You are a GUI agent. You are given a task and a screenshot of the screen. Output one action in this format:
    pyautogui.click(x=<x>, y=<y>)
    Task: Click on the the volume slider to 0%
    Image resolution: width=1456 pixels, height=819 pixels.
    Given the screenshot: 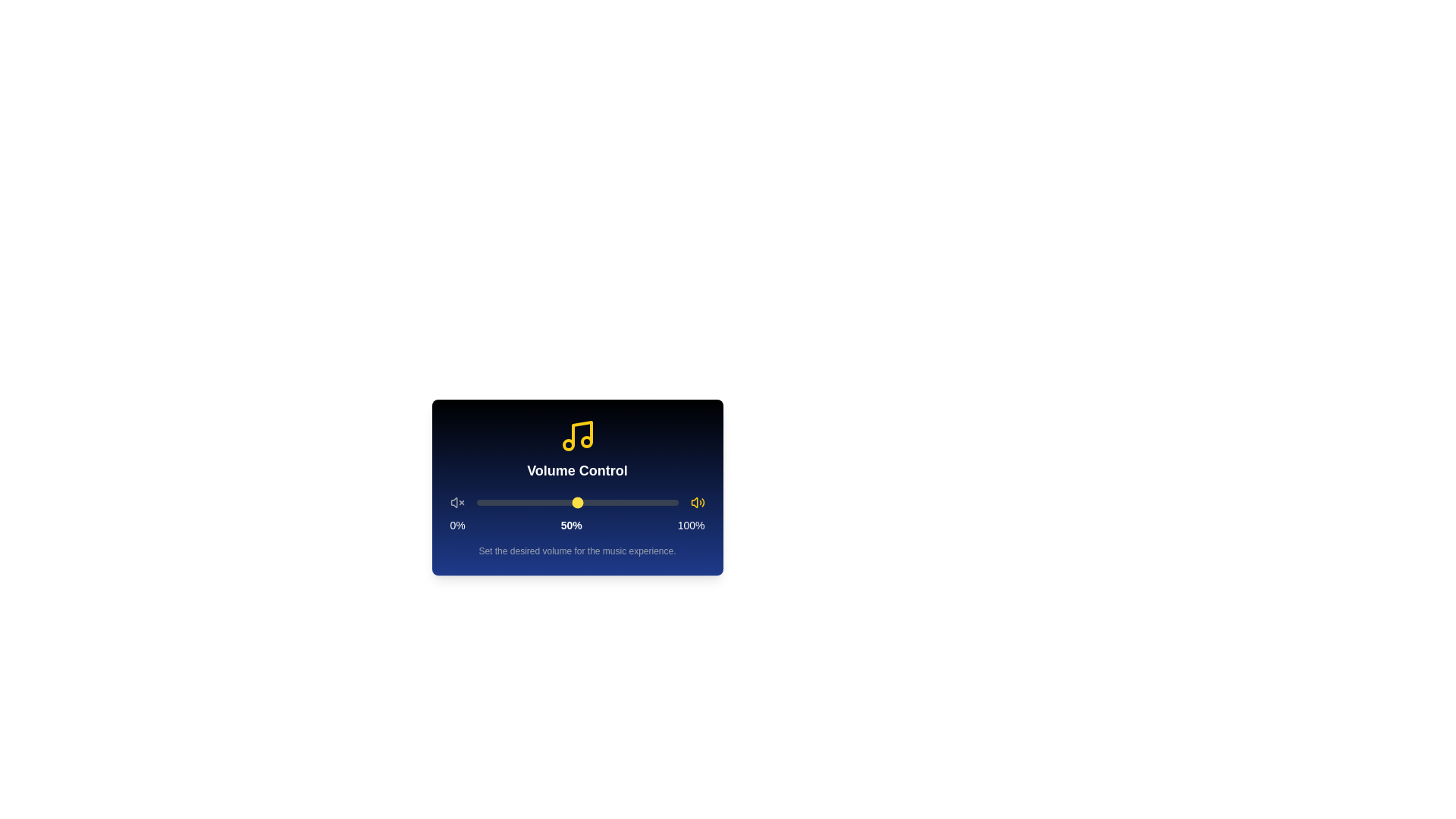 What is the action you would take?
    pyautogui.click(x=475, y=503)
    